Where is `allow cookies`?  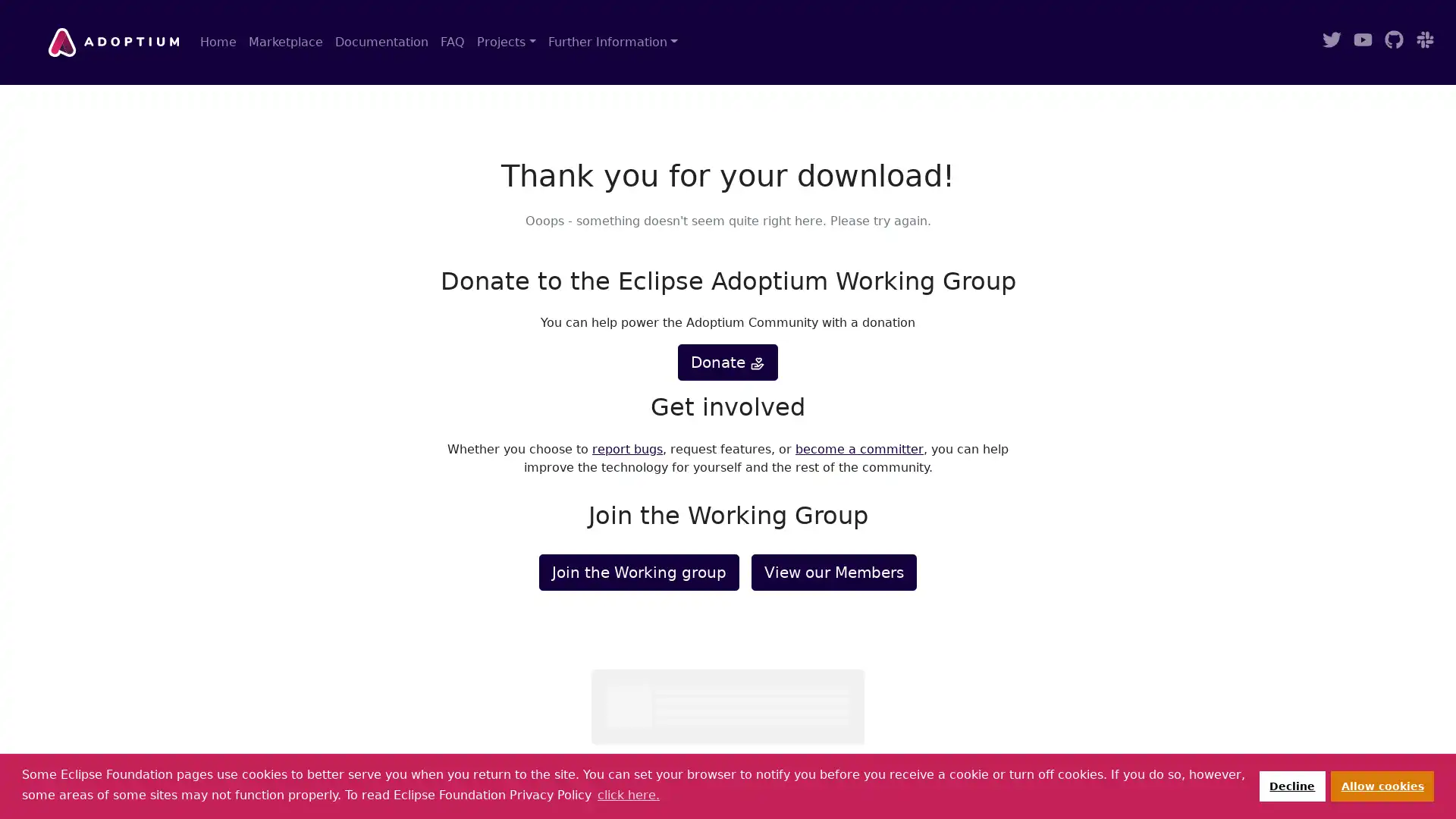
allow cookies is located at coordinates (1382, 785).